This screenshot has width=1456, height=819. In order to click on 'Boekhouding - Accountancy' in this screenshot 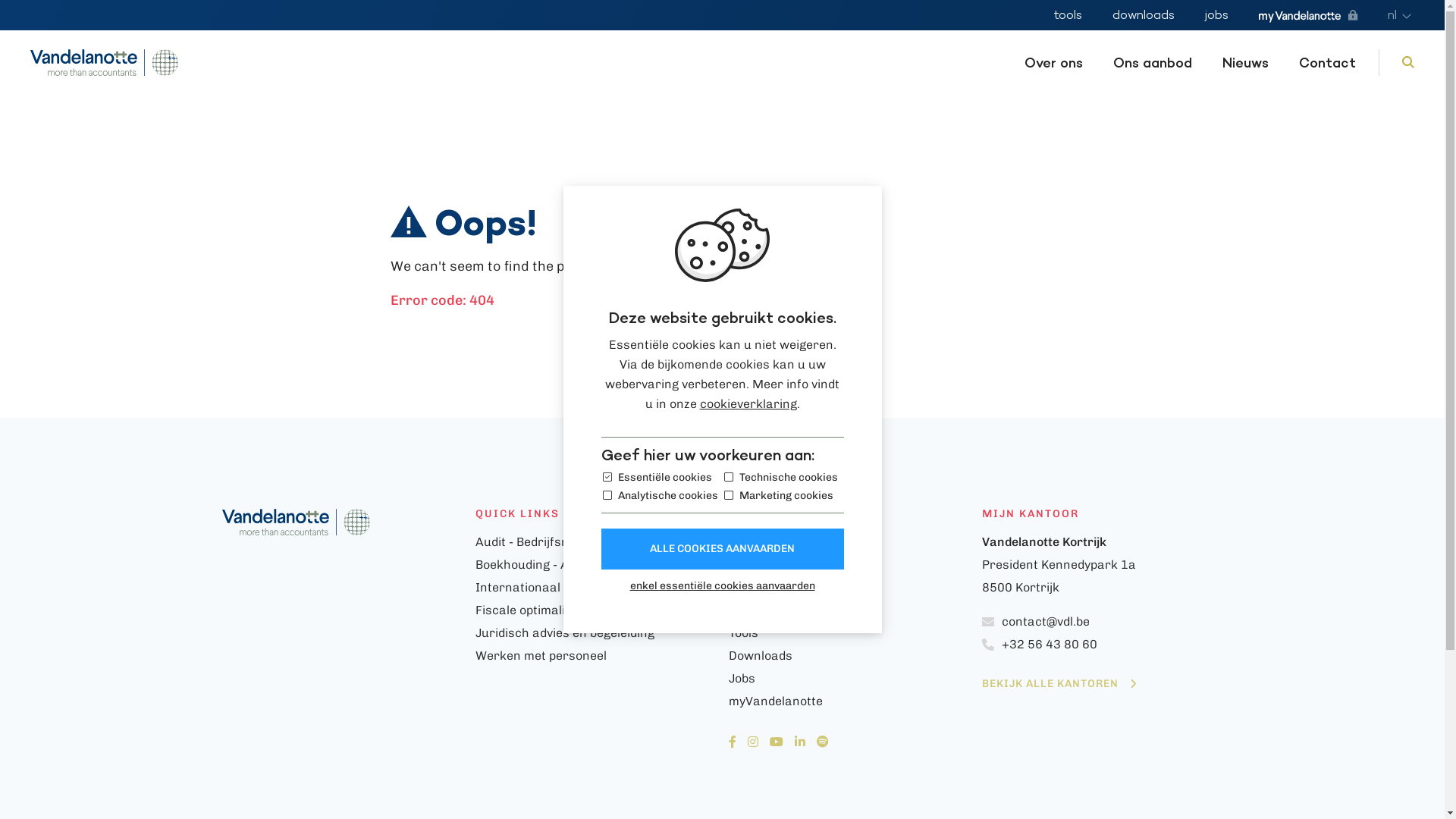, I will do `click(473, 564)`.